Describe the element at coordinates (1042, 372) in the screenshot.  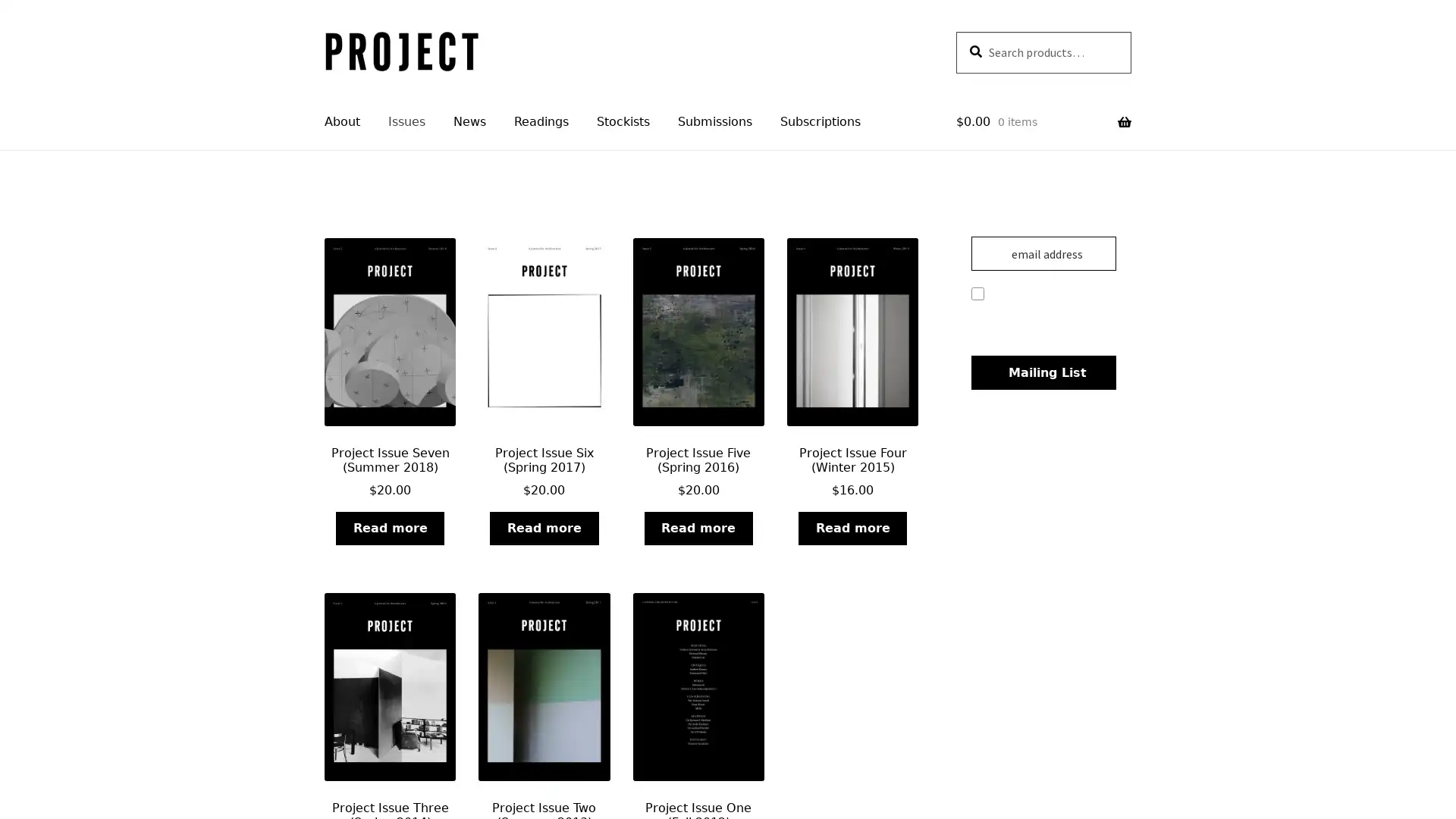
I see `Mailing List` at that location.